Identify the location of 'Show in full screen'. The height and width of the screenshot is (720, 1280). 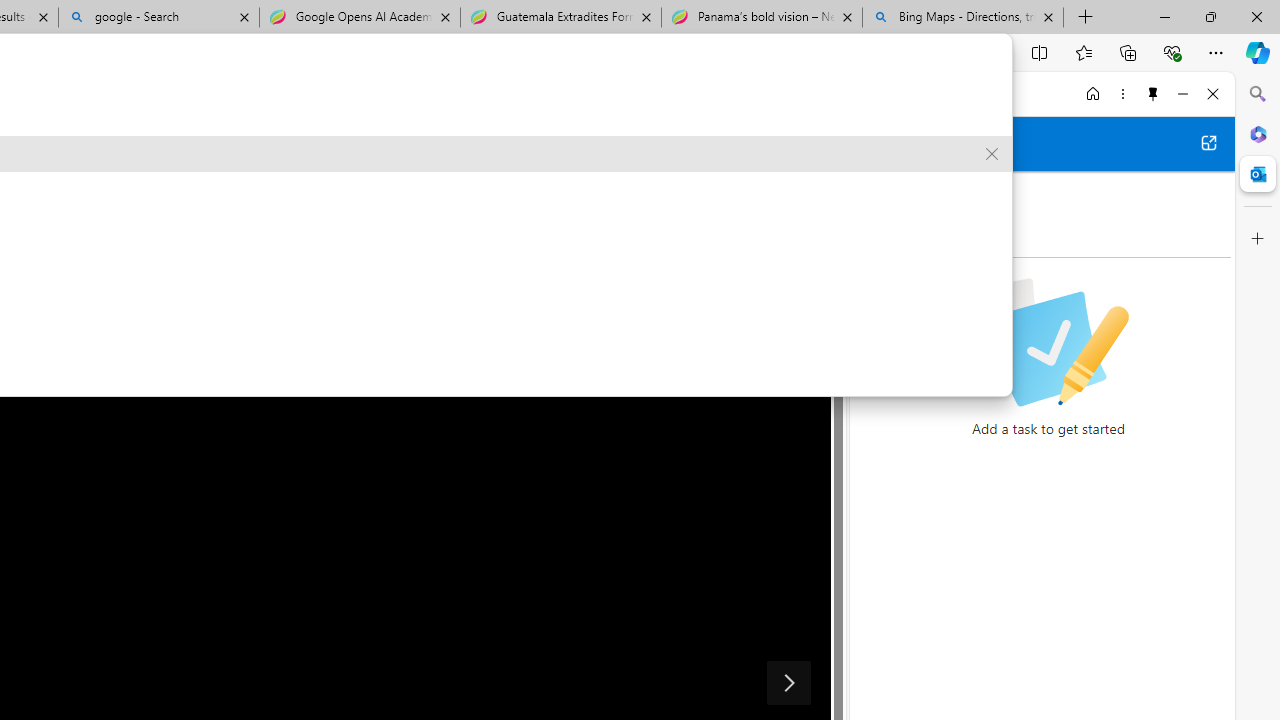
(800, 143).